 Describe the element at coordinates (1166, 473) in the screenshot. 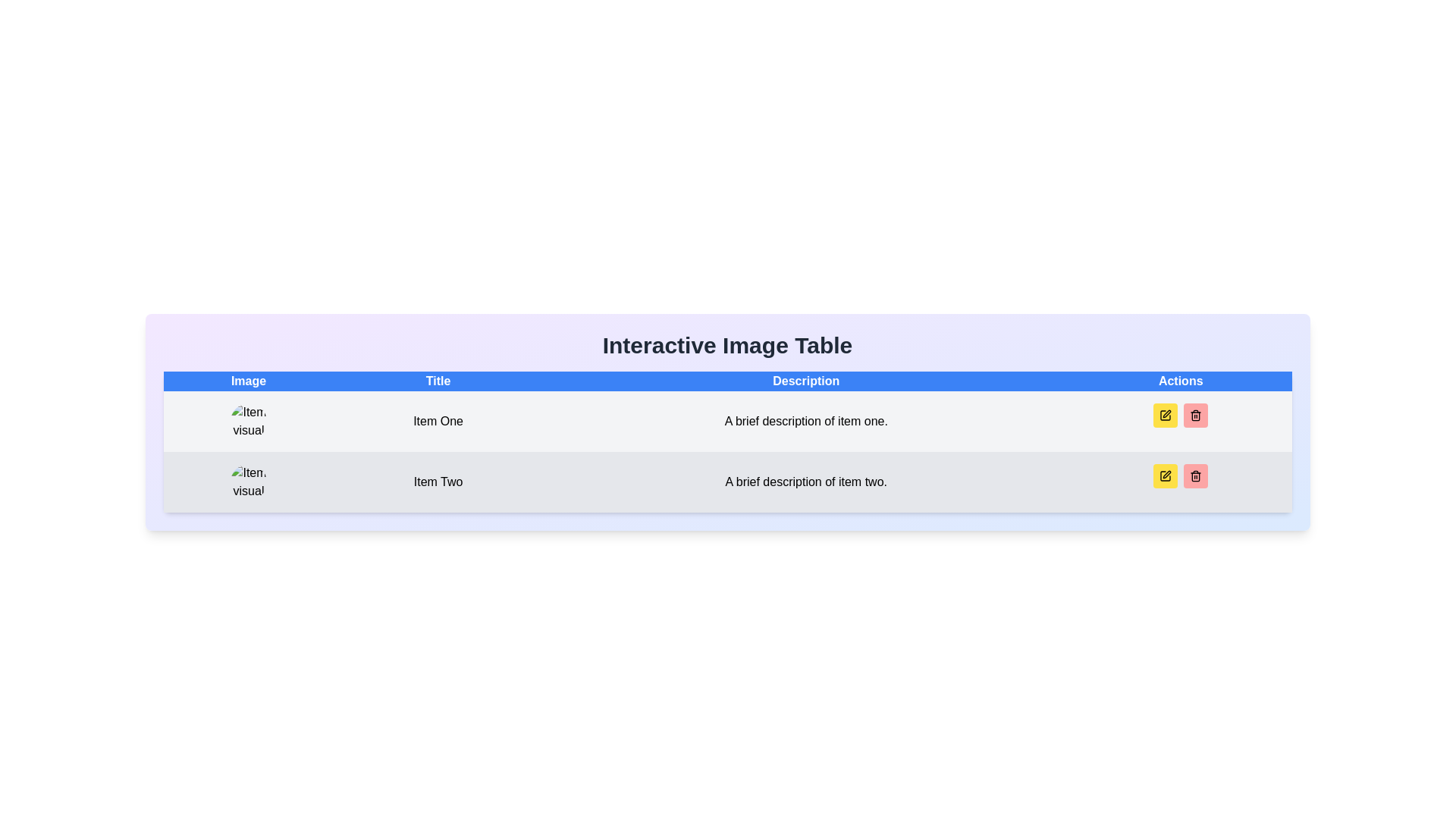

I see `the Edit icon in the Actions column for the second row corresponding to 'Item Two'` at that location.